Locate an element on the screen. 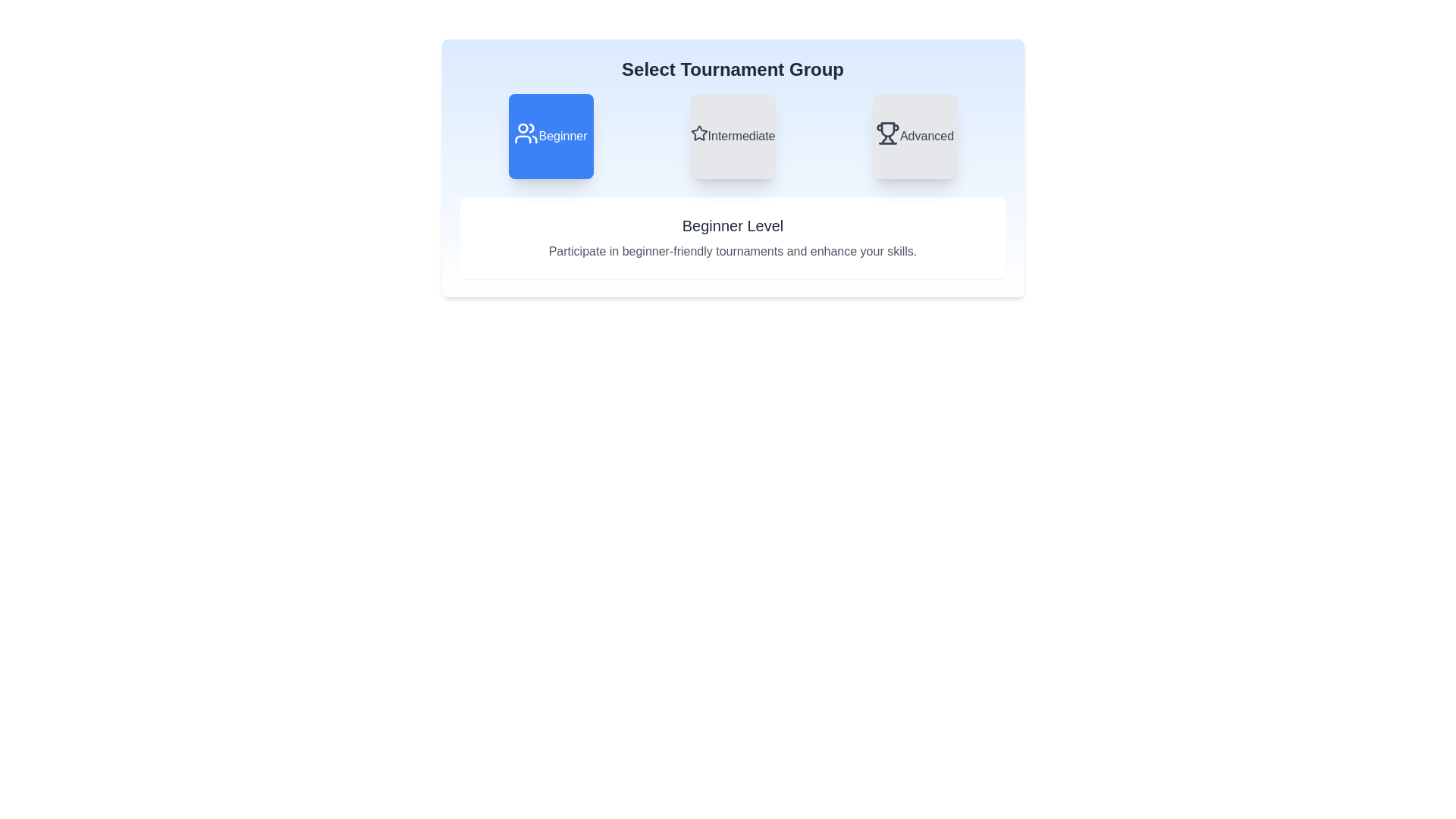 The image size is (1456, 819). the star-shaped icon outlined design that is centrally placed within the grey square card labeled 'Intermediate' is located at coordinates (698, 133).